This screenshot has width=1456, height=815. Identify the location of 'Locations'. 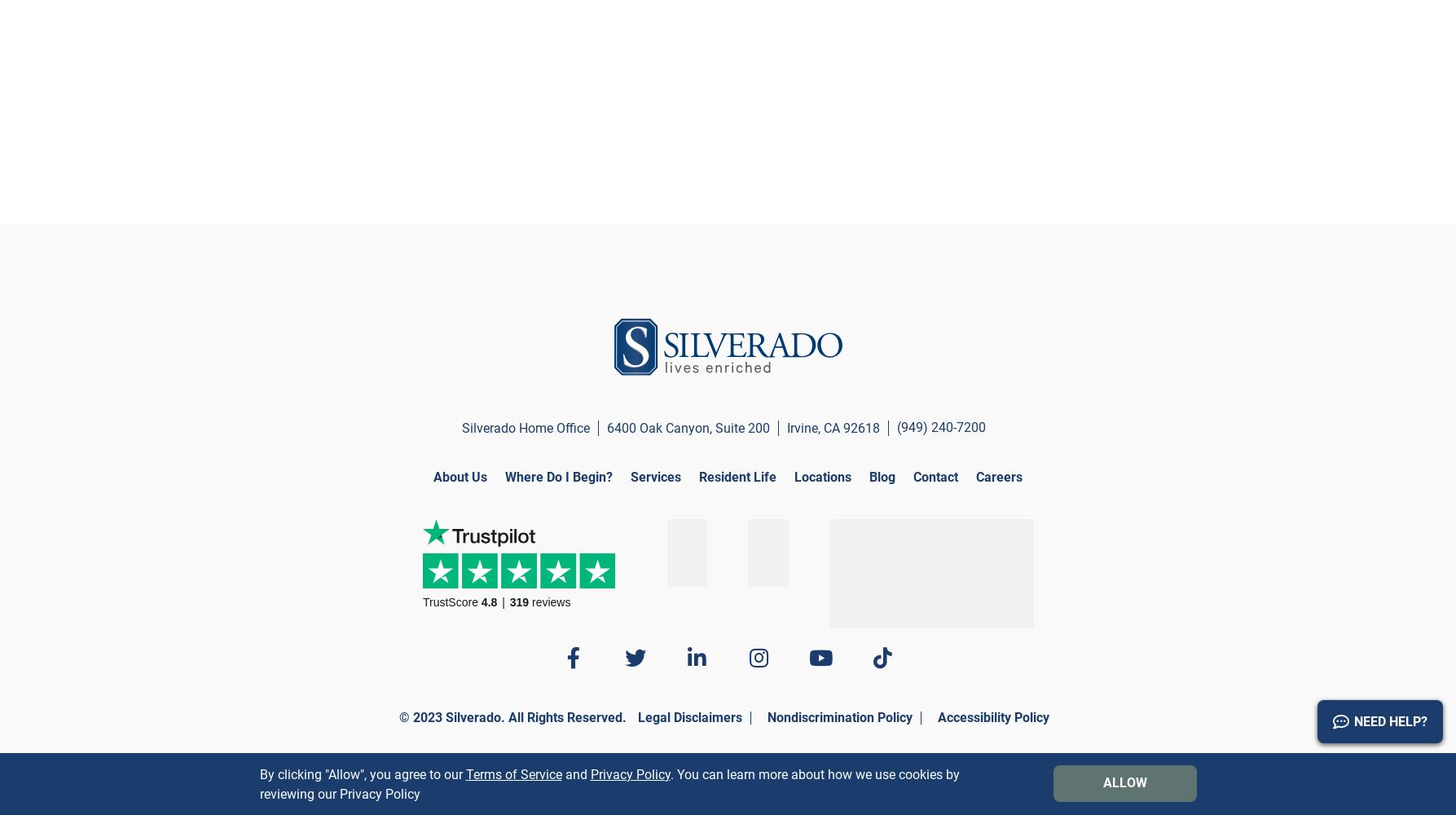
(793, 476).